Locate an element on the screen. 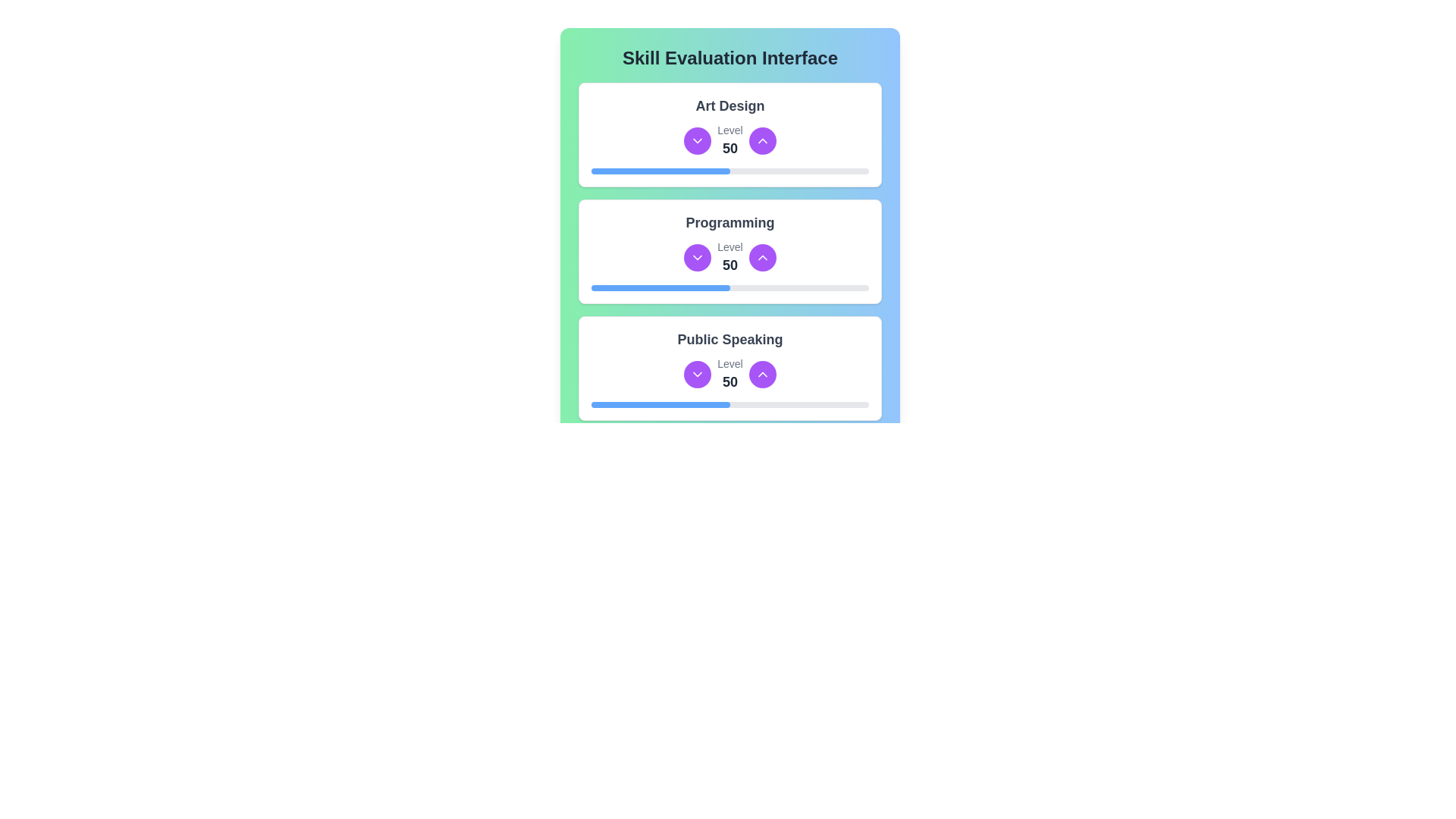  the text label that displays the title or name of the skill associated with the first card in the vertical series of cards in the 'Skill Evaluation Interface' is located at coordinates (730, 105).